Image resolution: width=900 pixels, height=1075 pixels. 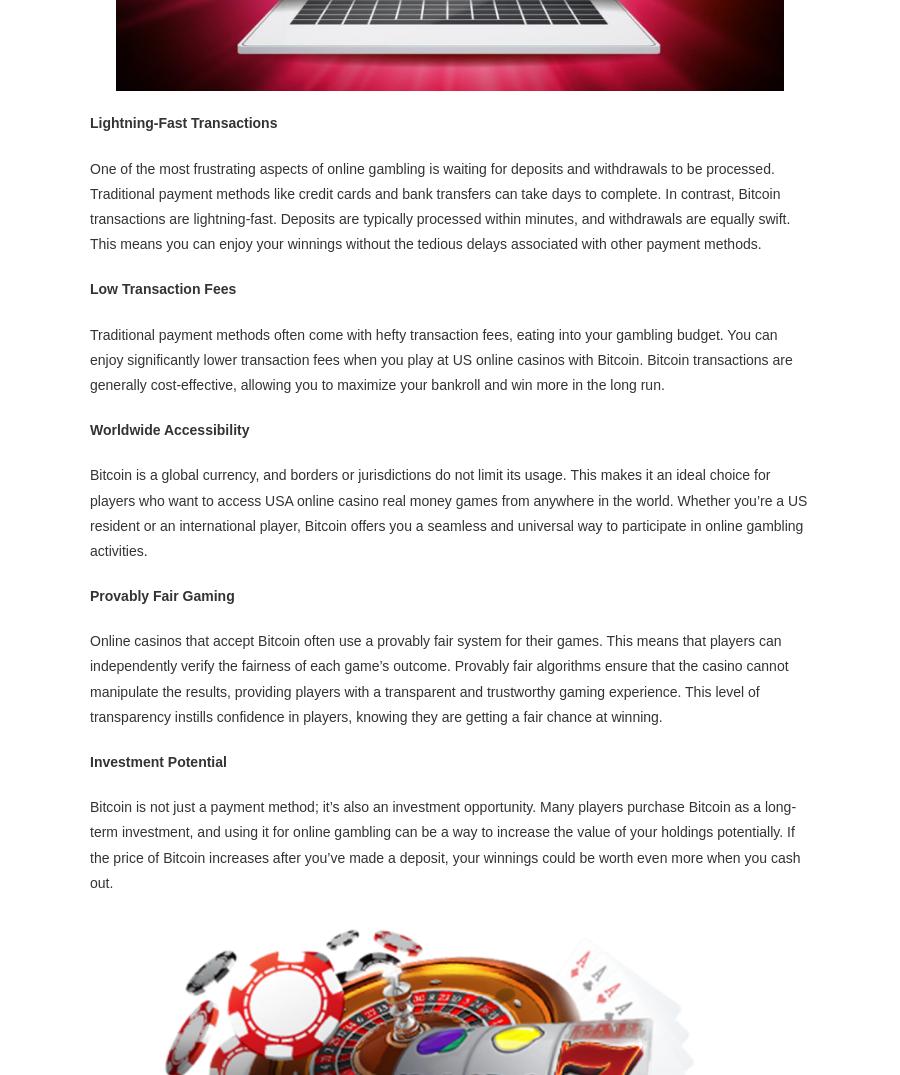 I want to click on 'Low Transaction Fees', so click(x=162, y=287).